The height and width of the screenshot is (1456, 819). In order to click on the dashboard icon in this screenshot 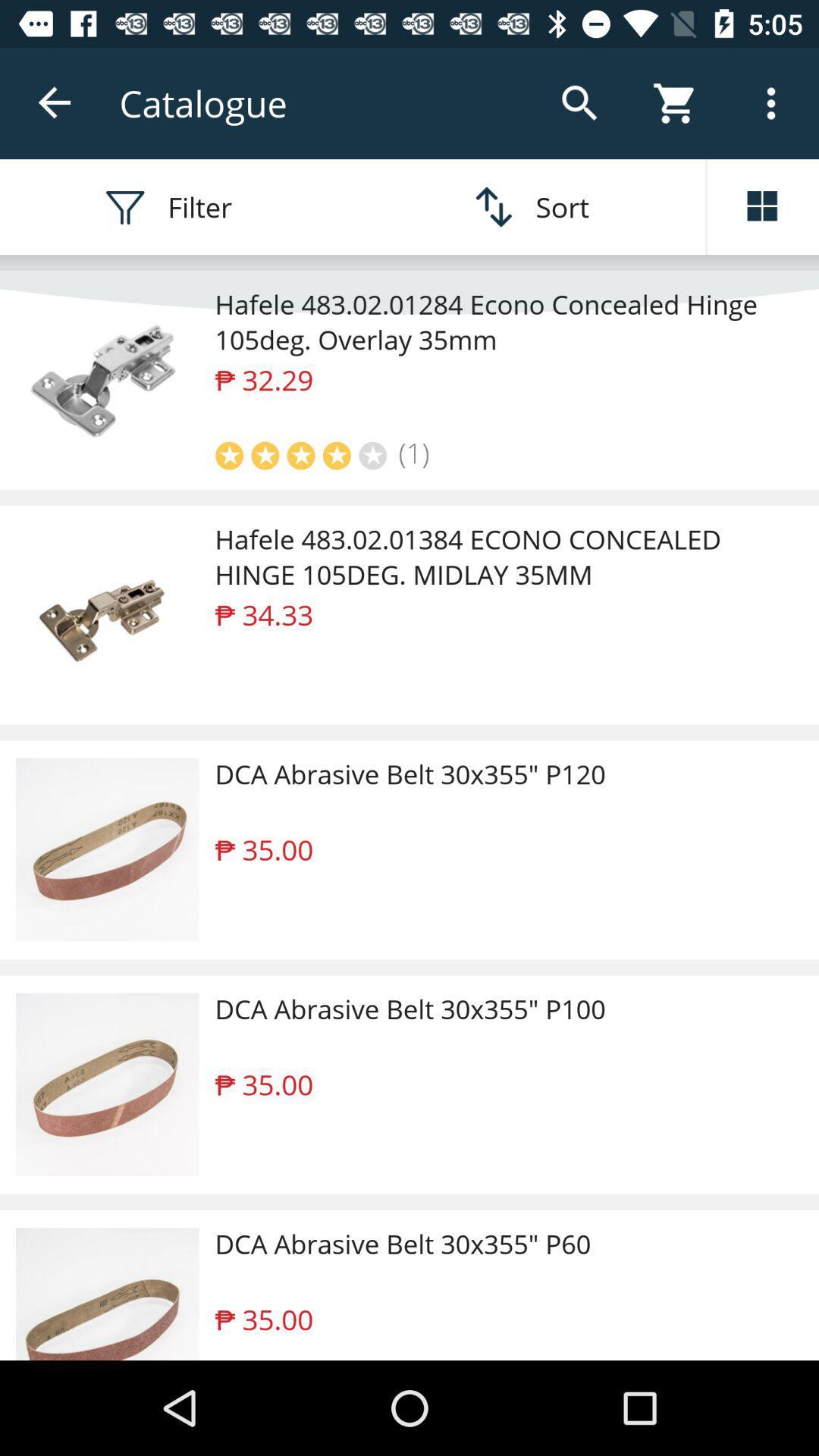, I will do `click(763, 206)`.